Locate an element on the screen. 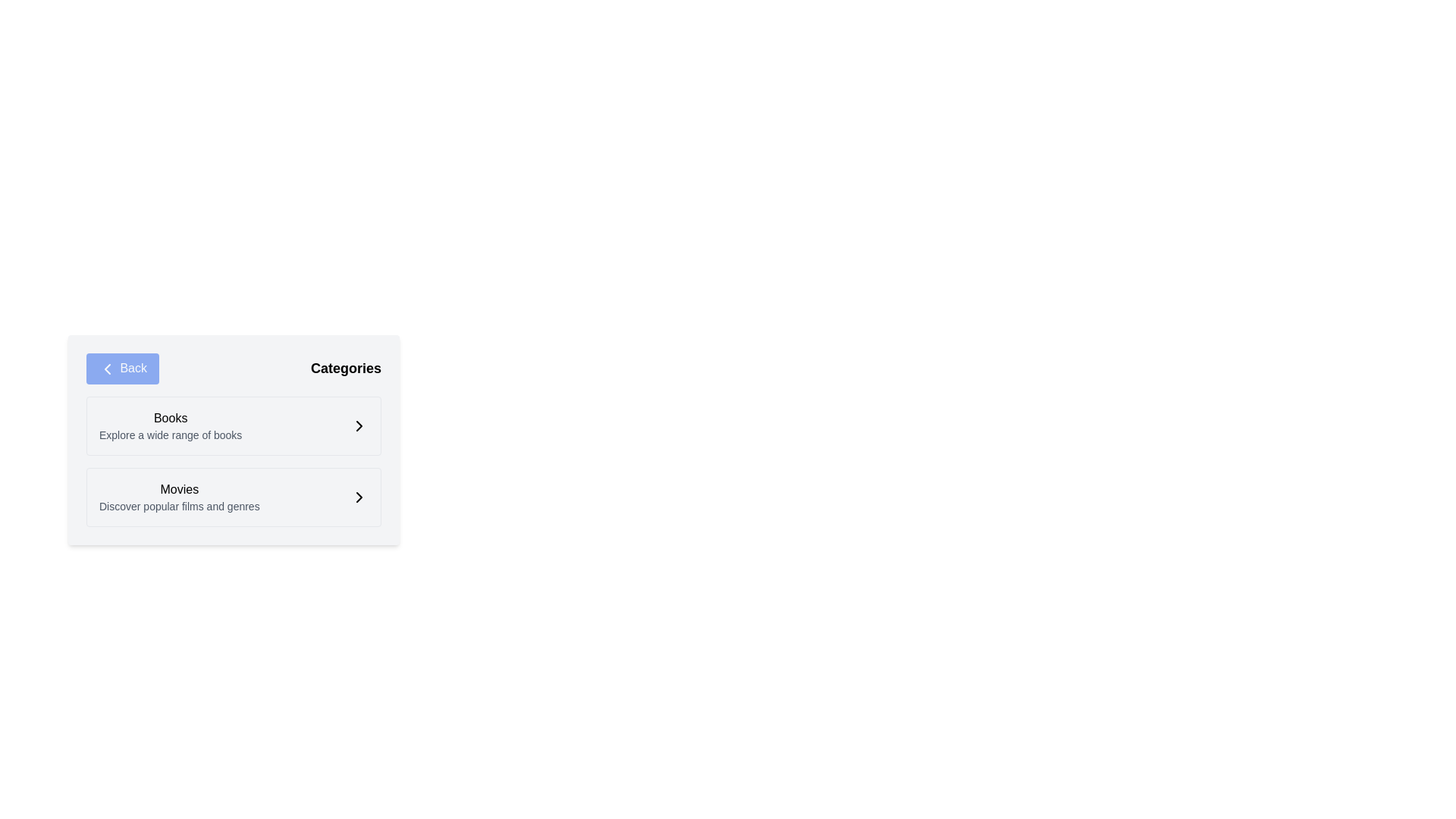 Image resolution: width=1456 pixels, height=819 pixels. the 'Books' button, which is a rectangular button with a title and subtitle is located at coordinates (233, 459).